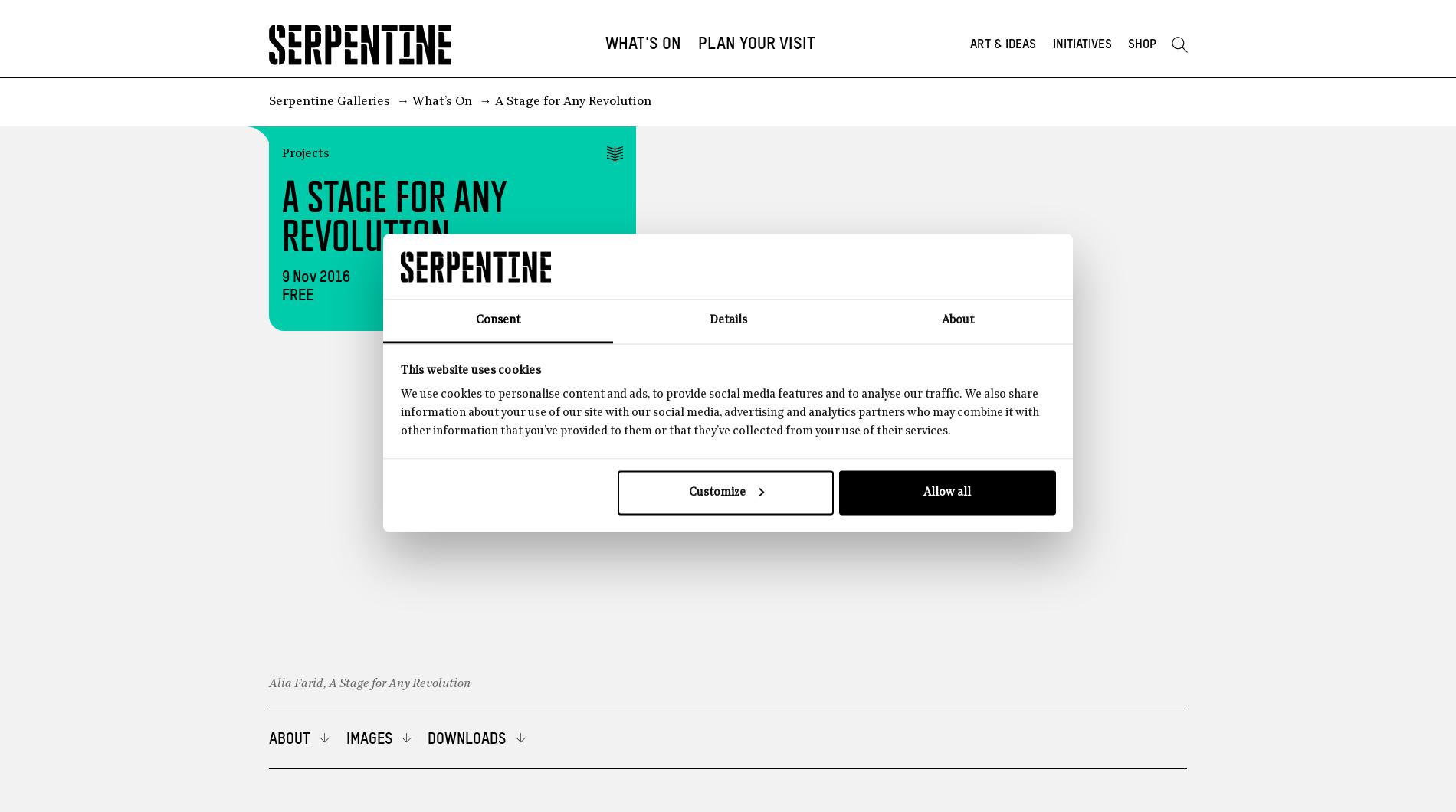 The width and height of the screenshot is (1456, 812). Describe the element at coordinates (442, 101) in the screenshot. I see `'What’s On'` at that location.